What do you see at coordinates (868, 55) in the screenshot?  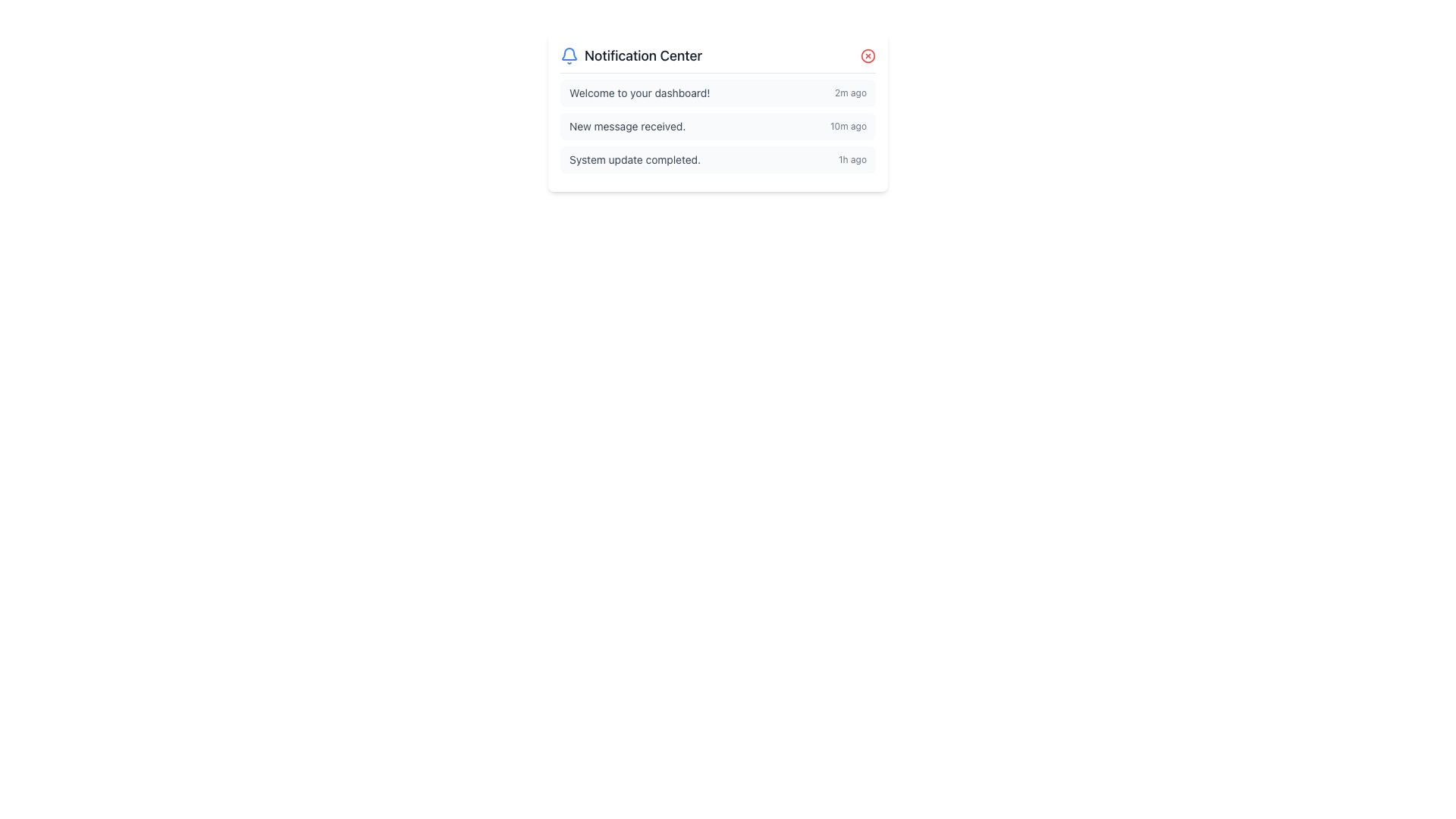 I see `the graphical circle element that visually supports the close button in the top-right corner of the Notification Center panel` at bounding box center [868, 55].